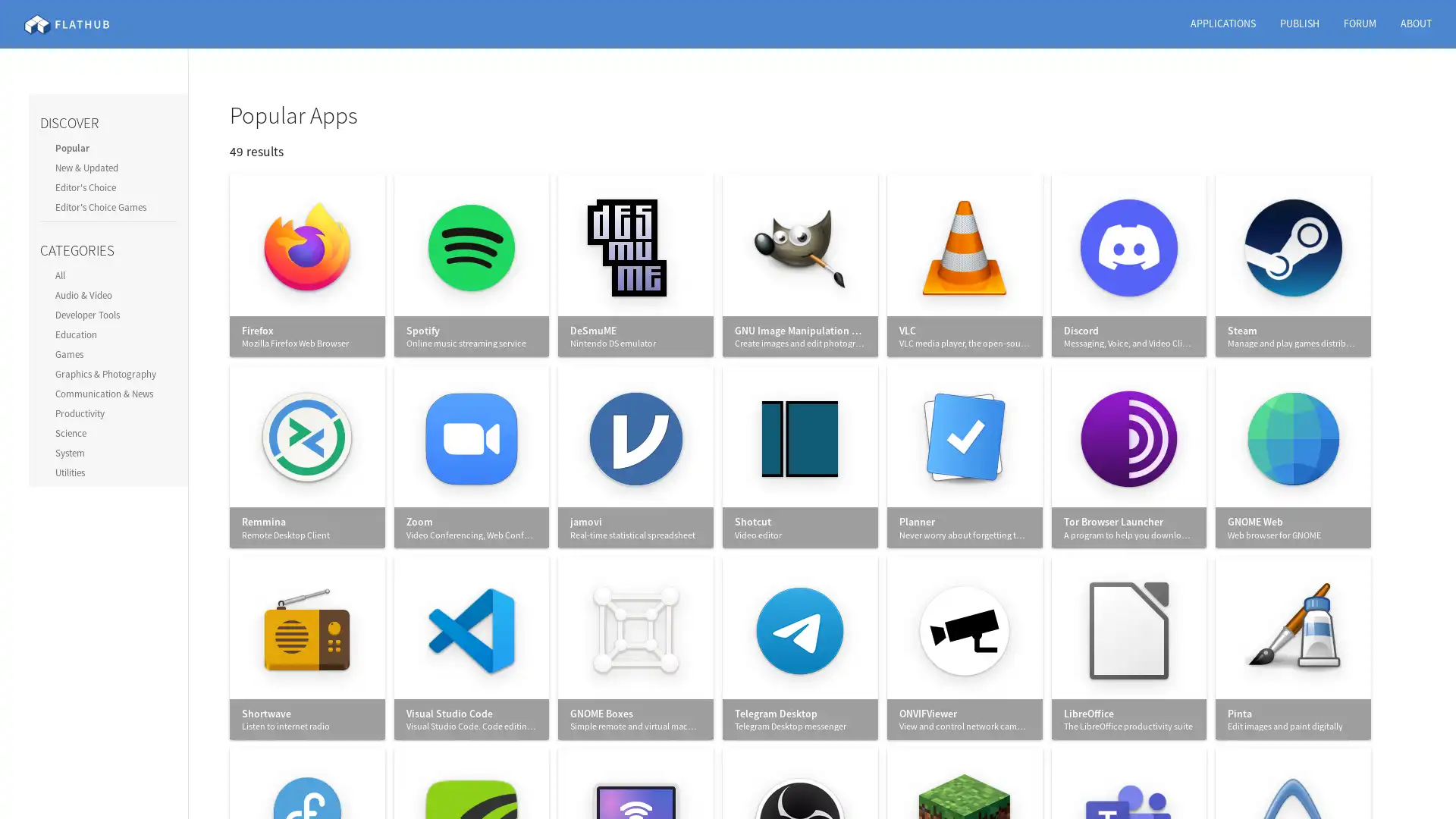  I want to click on APPLICATIONS, so click(1222, 24).